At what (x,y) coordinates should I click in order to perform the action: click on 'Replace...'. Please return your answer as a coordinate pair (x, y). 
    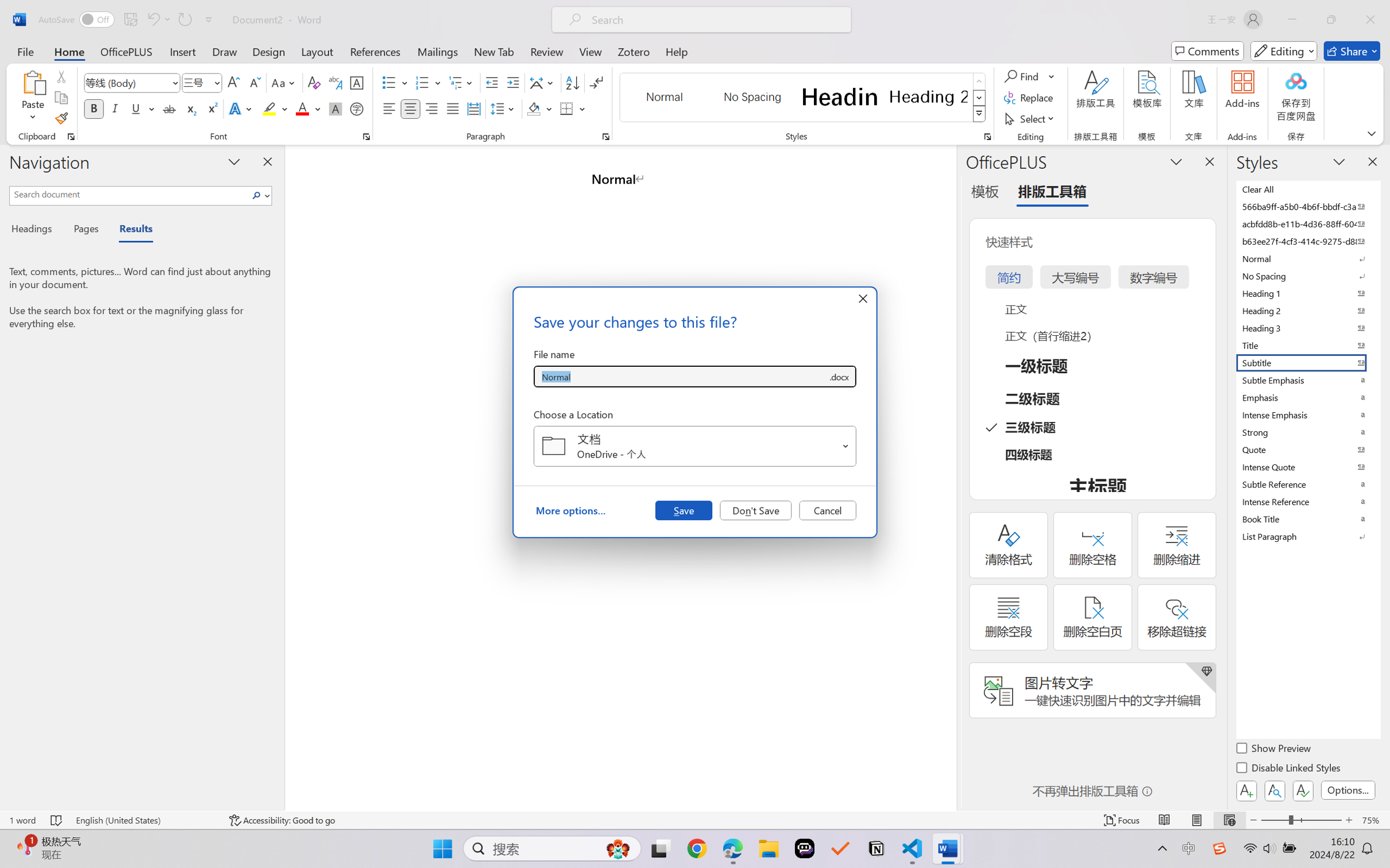
    Looking at the image, I should click on (1029, 98).